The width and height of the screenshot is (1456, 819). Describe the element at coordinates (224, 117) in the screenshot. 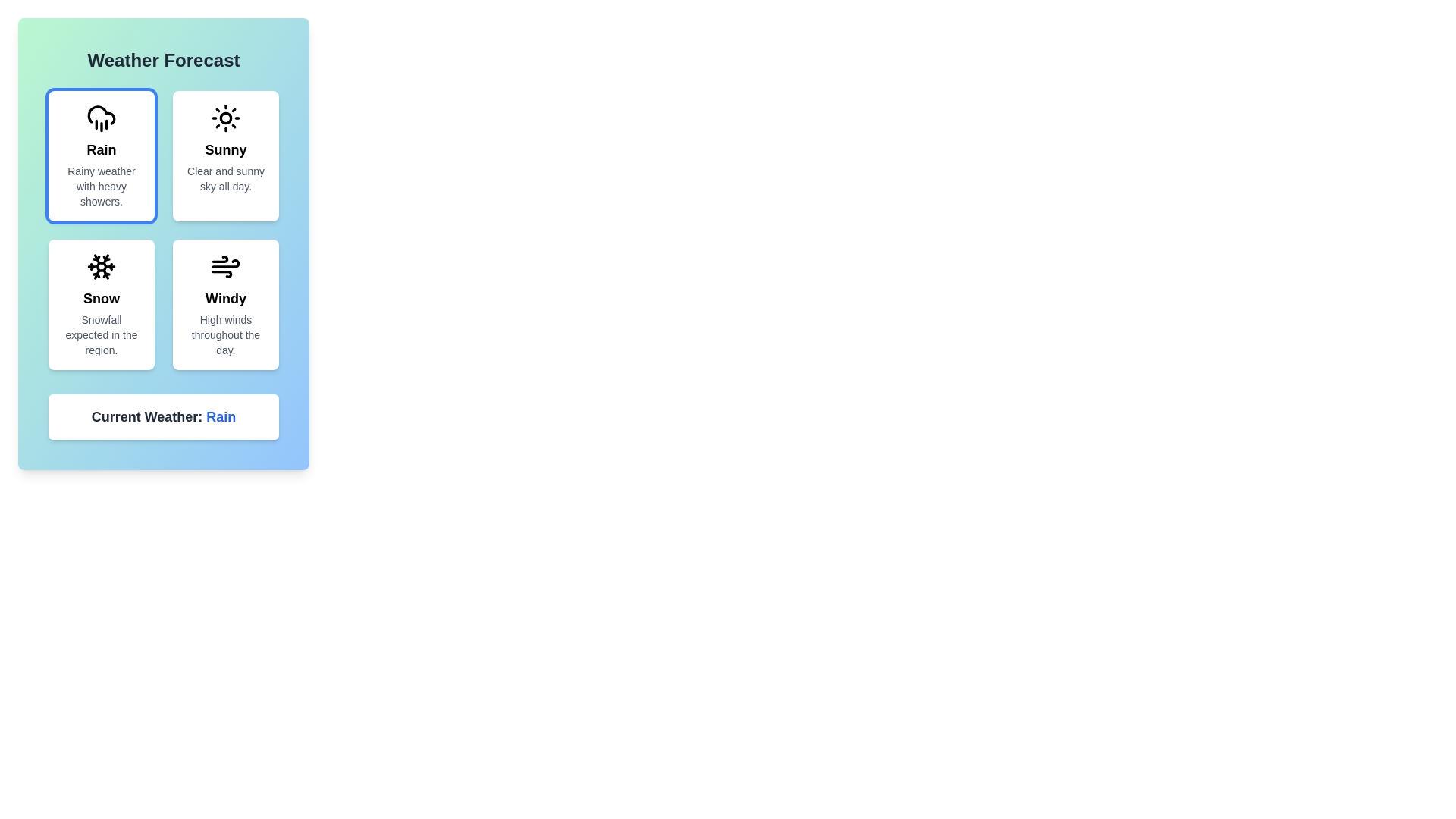

I see `the sunny weather icon located at the top-center of the 'Sunny' weather option in the weather forecast UI` at that location.